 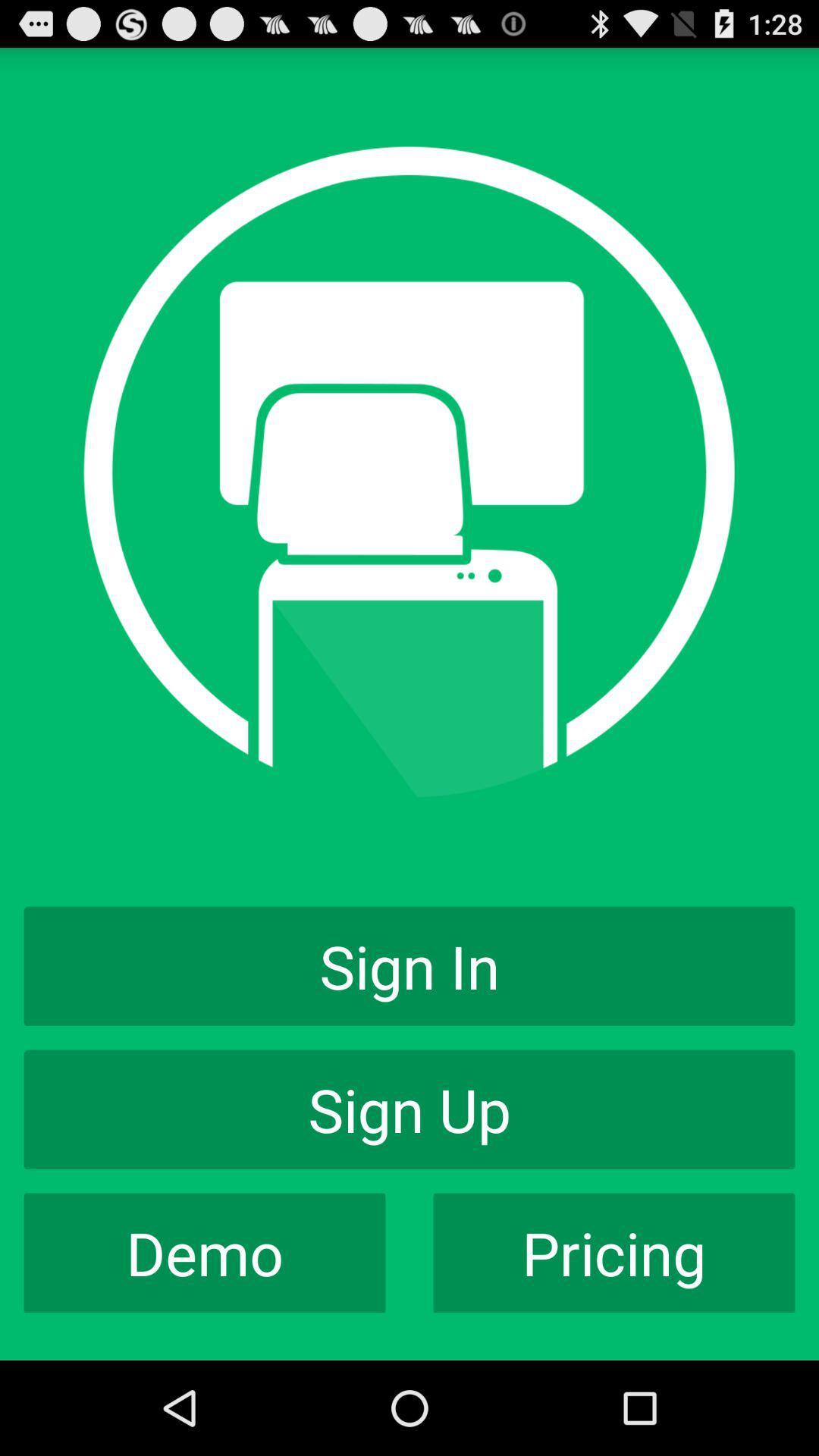 I want to click on app below the sign in, so click(x=409, y=1109).